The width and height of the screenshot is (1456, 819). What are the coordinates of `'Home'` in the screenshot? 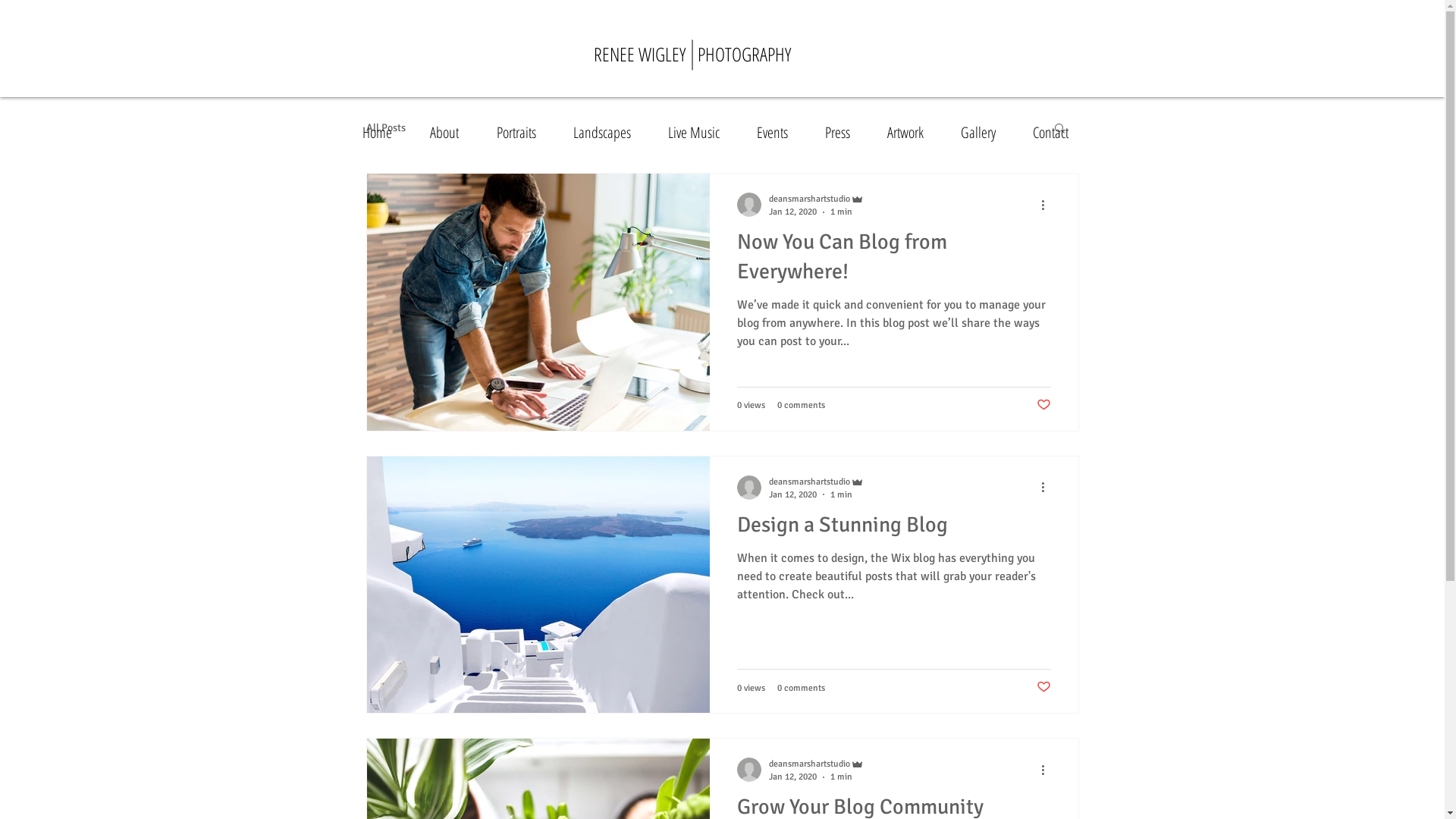 It's located at (384, 131).